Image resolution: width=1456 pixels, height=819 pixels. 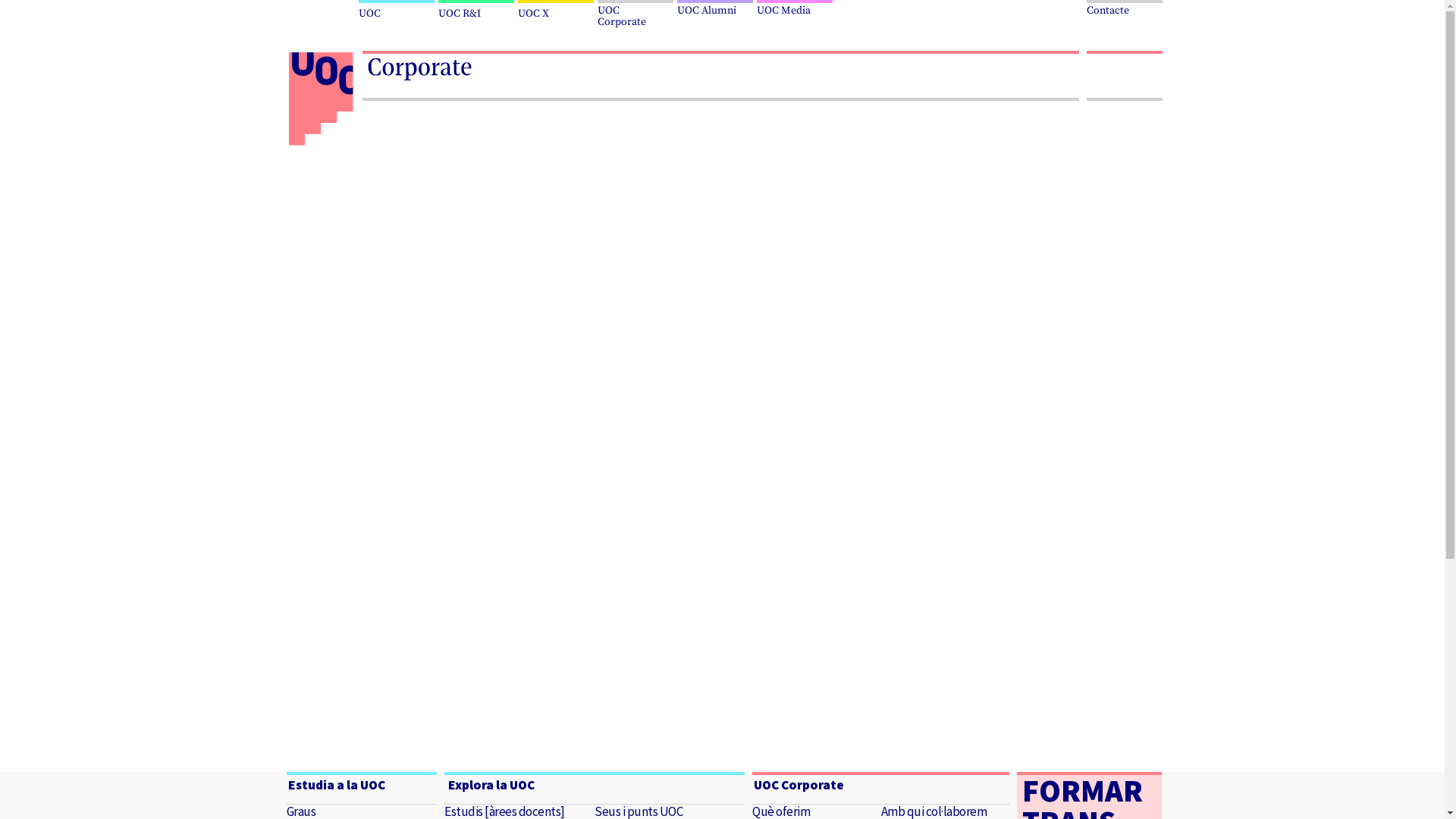 I want to click on 'UOC R&I', so click(x=437, y=11).